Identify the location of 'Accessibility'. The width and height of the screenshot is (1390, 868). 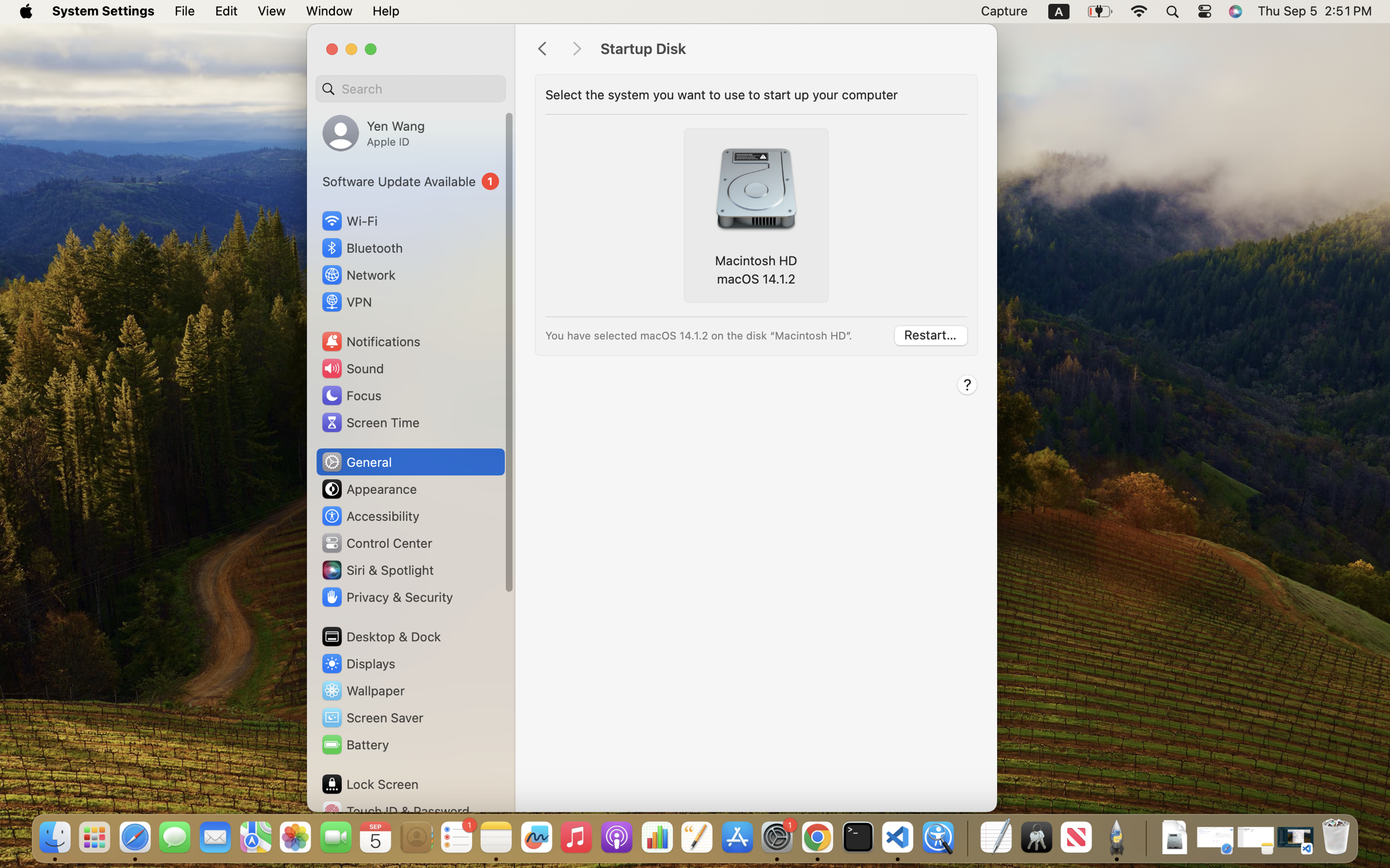
(370, 515).